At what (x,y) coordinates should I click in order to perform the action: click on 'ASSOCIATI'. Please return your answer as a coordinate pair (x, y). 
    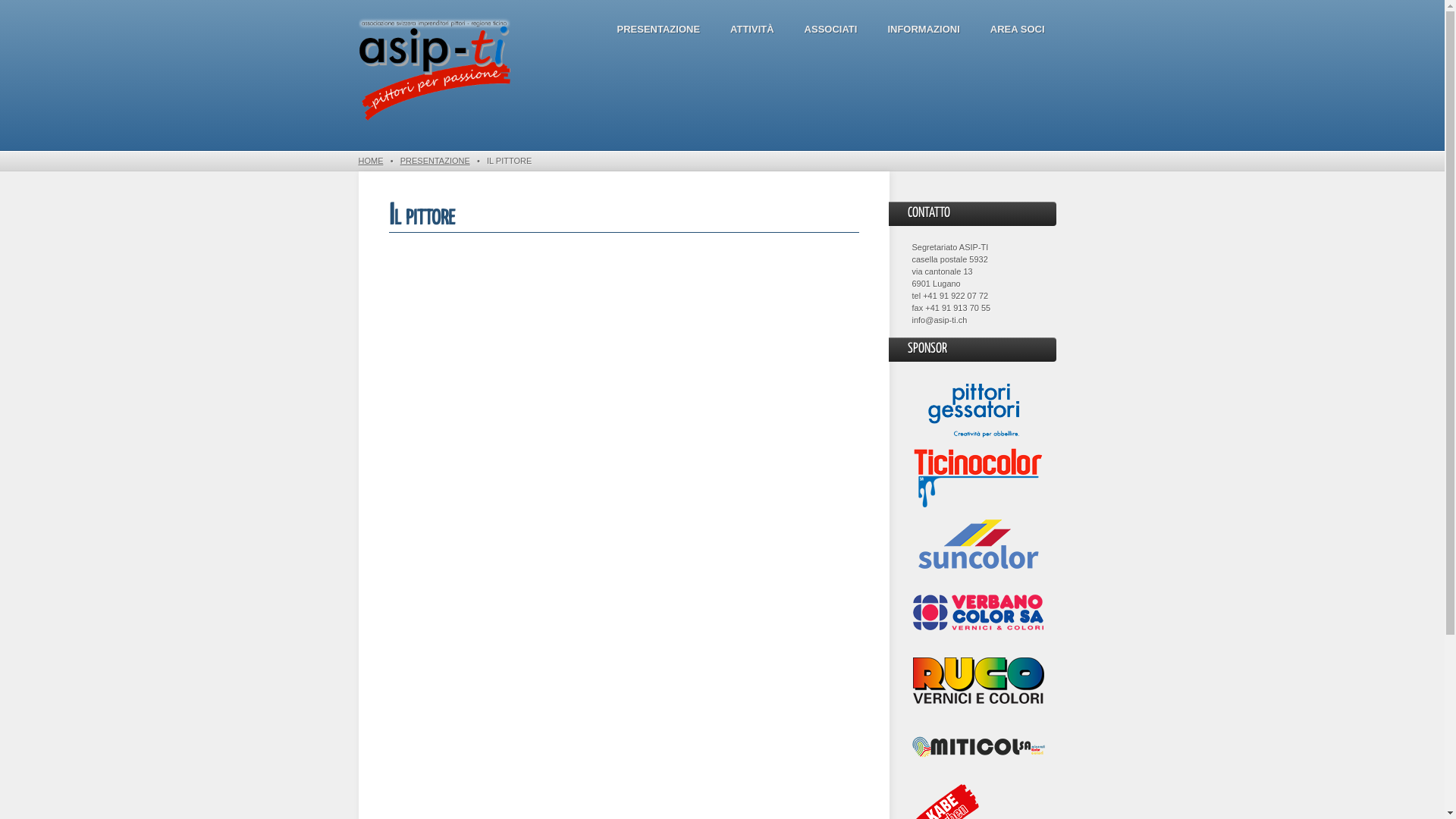
    Looking at the image, I should click on (830, 29).